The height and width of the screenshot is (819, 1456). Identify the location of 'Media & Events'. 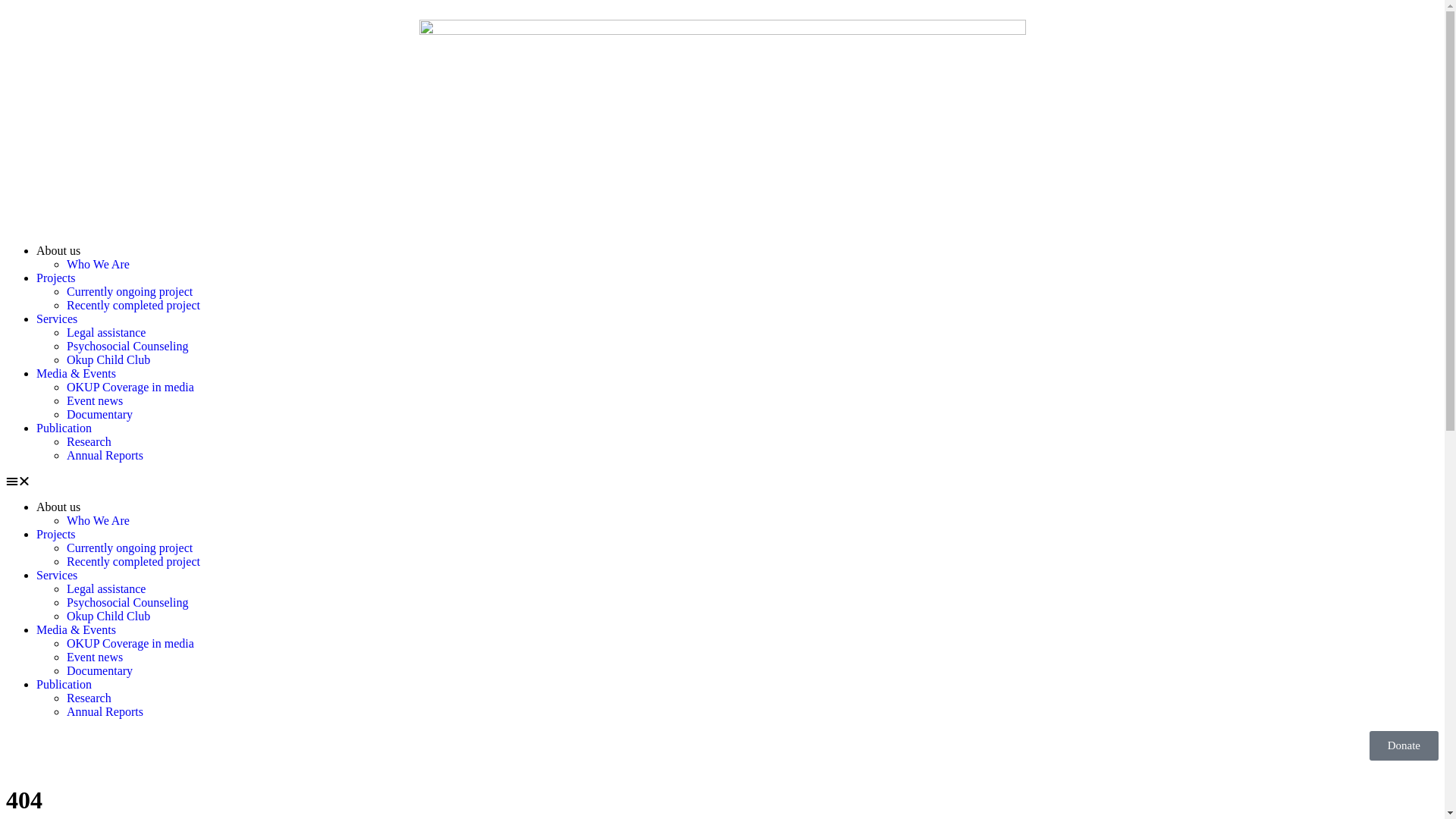
(75, 373).